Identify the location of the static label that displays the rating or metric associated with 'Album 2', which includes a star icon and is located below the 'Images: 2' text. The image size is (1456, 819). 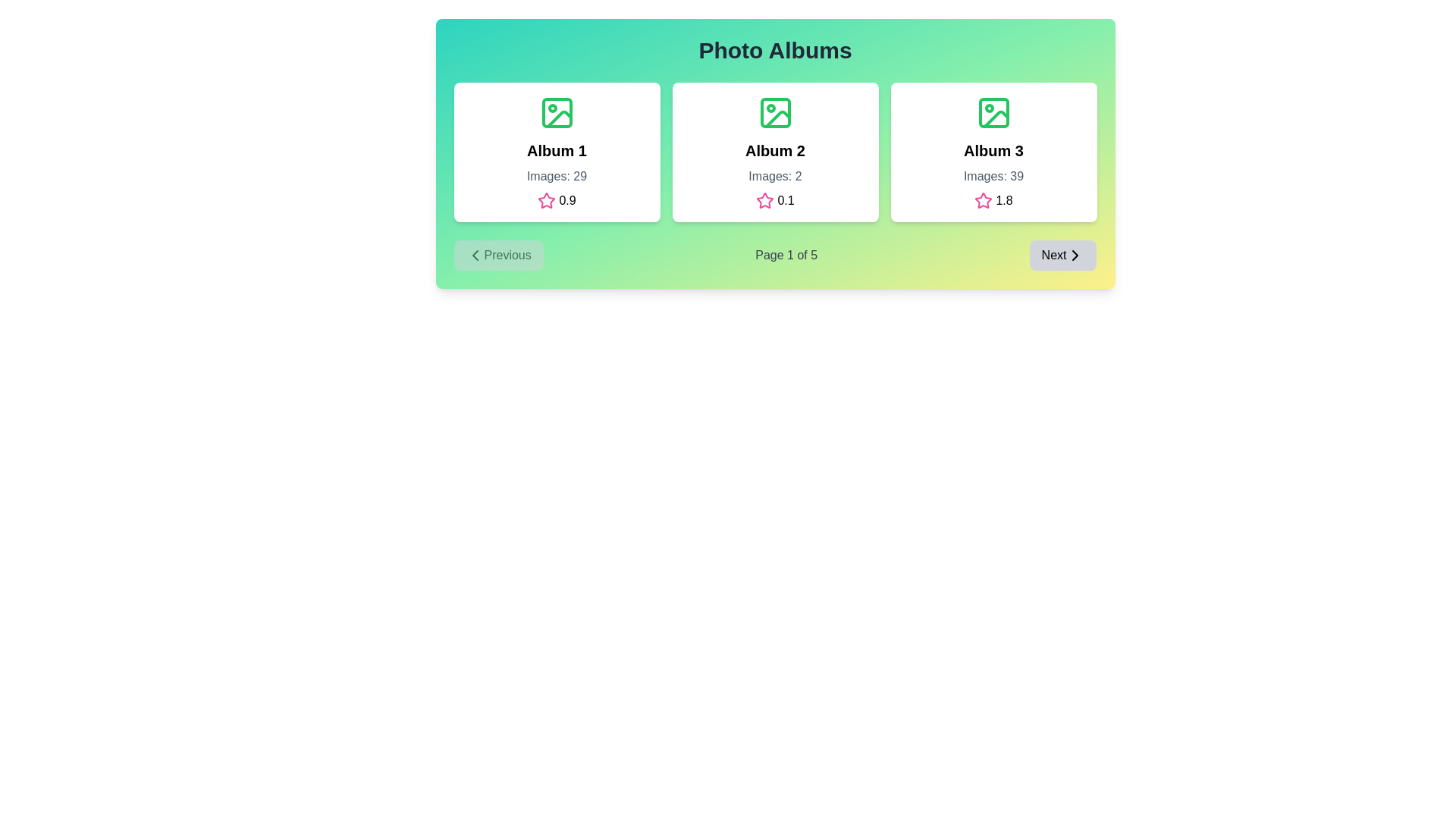
(775, 200).